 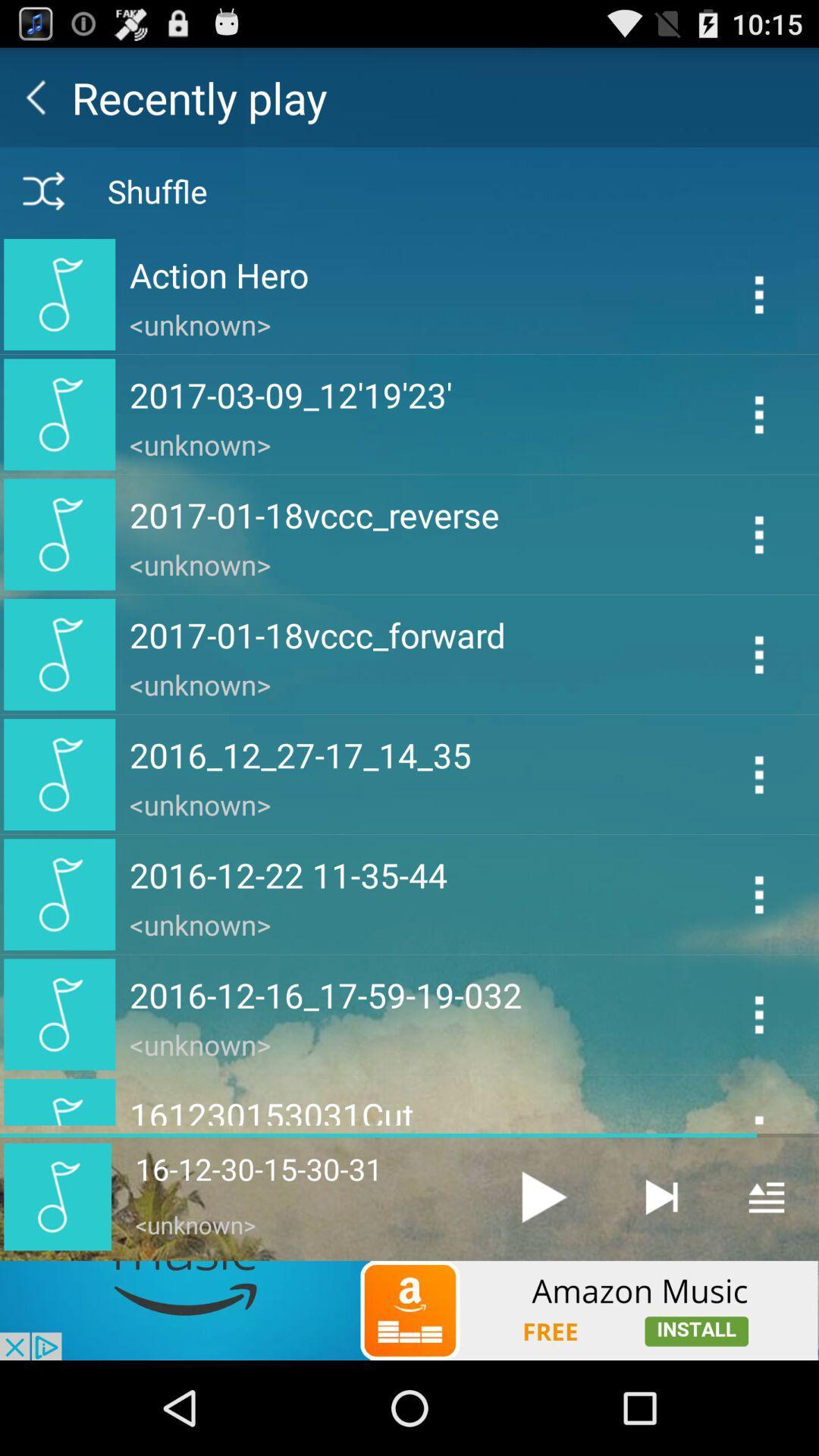 I want to click on install amazon music, so click(x=409, y=1310).